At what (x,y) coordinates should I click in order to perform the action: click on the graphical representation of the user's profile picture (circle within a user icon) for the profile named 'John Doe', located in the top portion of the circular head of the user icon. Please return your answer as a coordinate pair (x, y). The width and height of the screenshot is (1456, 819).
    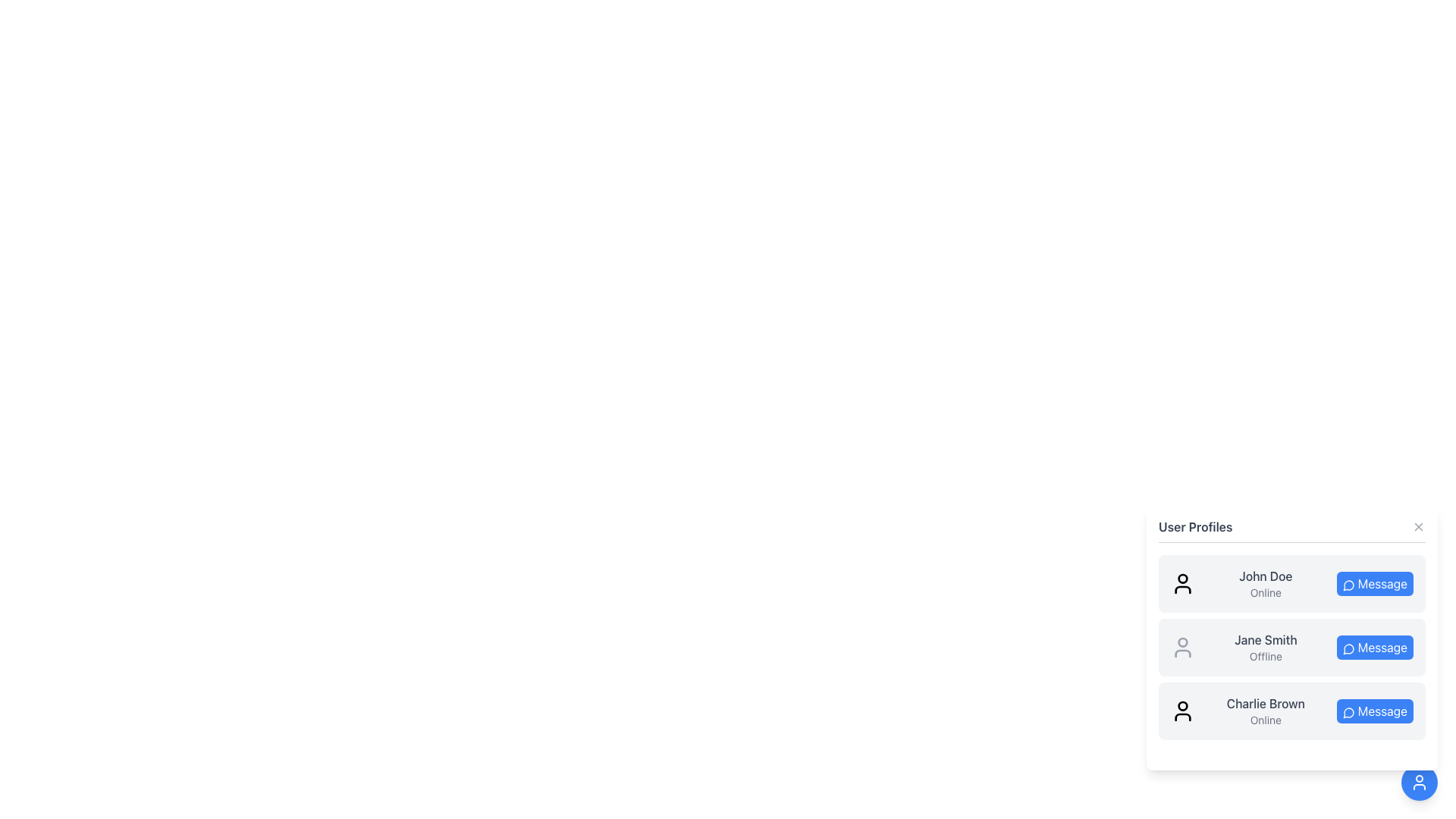
    Looking at the image, I should click on (1182, 579).